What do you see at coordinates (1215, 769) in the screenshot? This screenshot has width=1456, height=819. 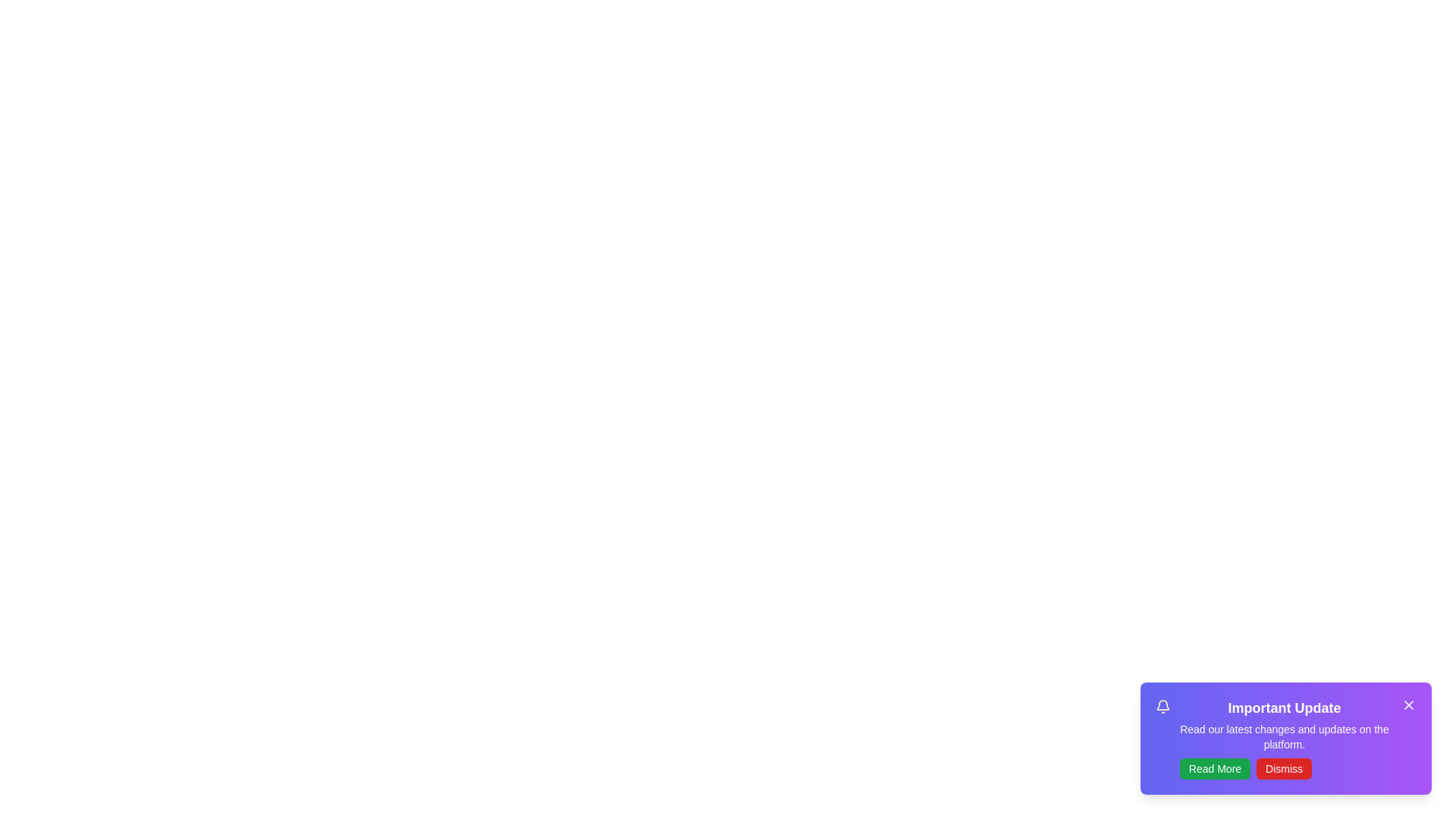 I see `the 'Read More' button to navigate to updates` at bounding box center [1215, 769].